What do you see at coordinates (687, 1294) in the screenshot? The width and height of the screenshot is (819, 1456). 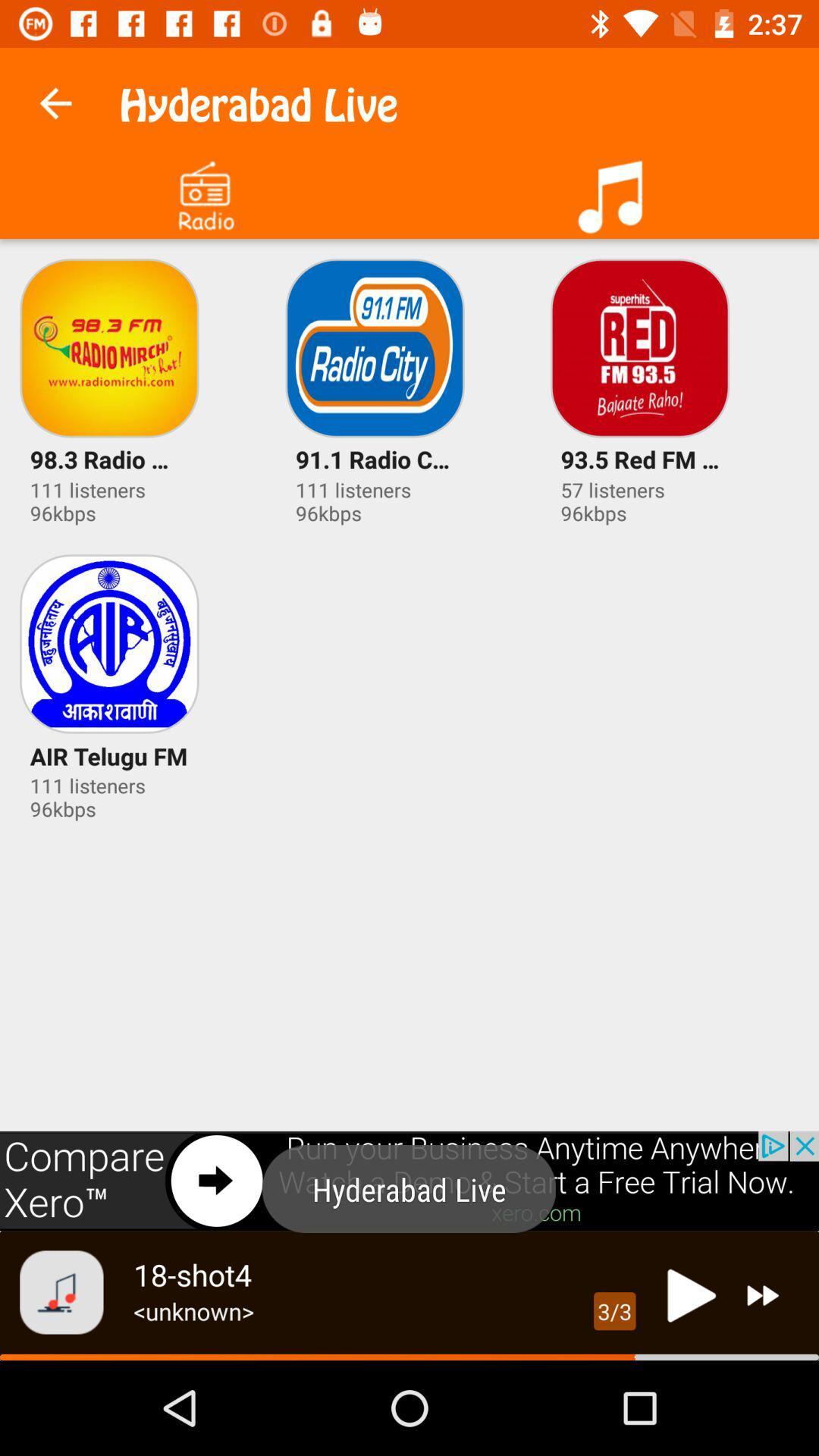 I see `the play icon` at bounding box center [687, 1294].